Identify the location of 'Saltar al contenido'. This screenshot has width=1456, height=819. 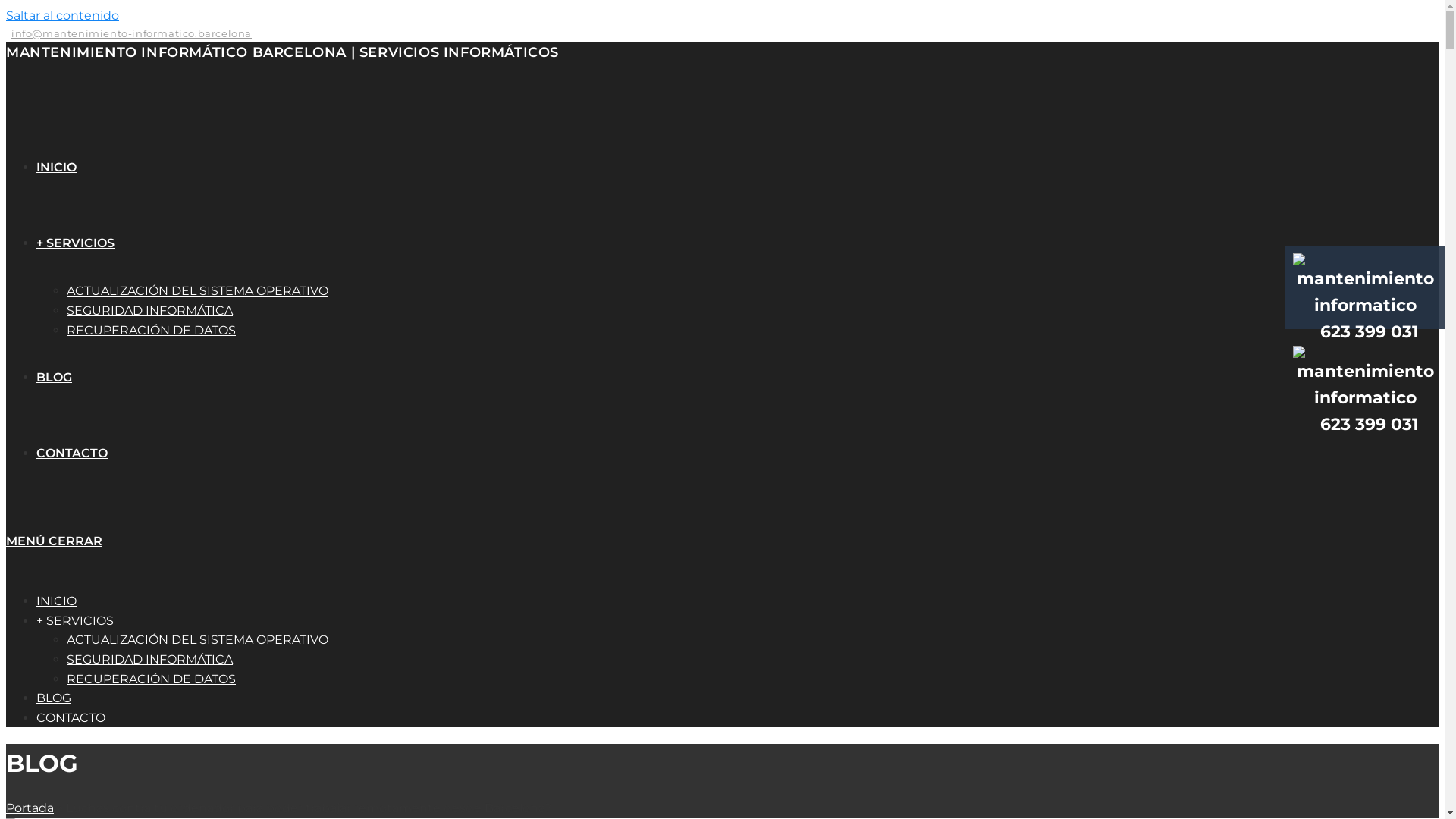
(61, 15).